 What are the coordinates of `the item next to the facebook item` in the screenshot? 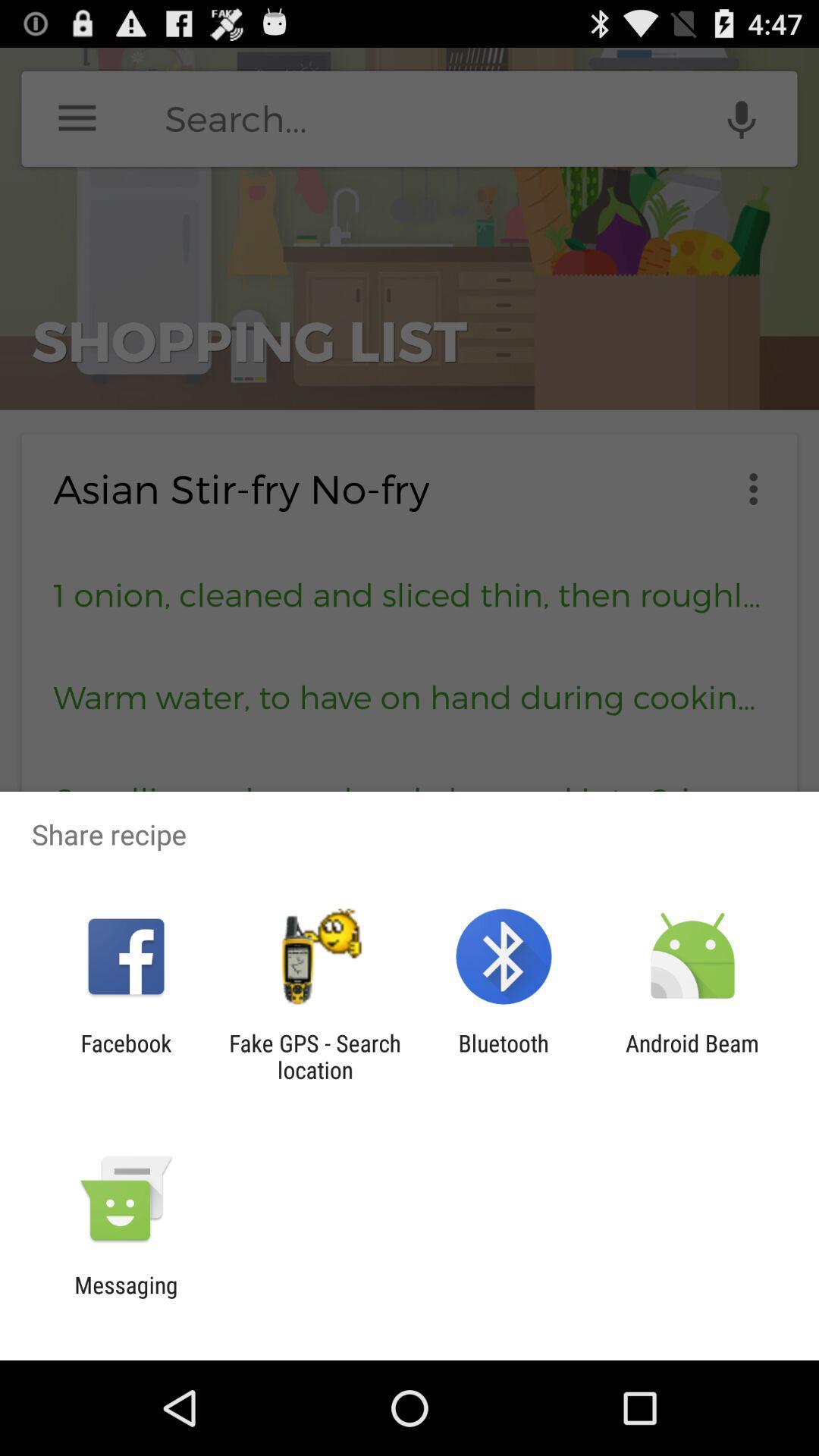 It's located at (314, 1056).